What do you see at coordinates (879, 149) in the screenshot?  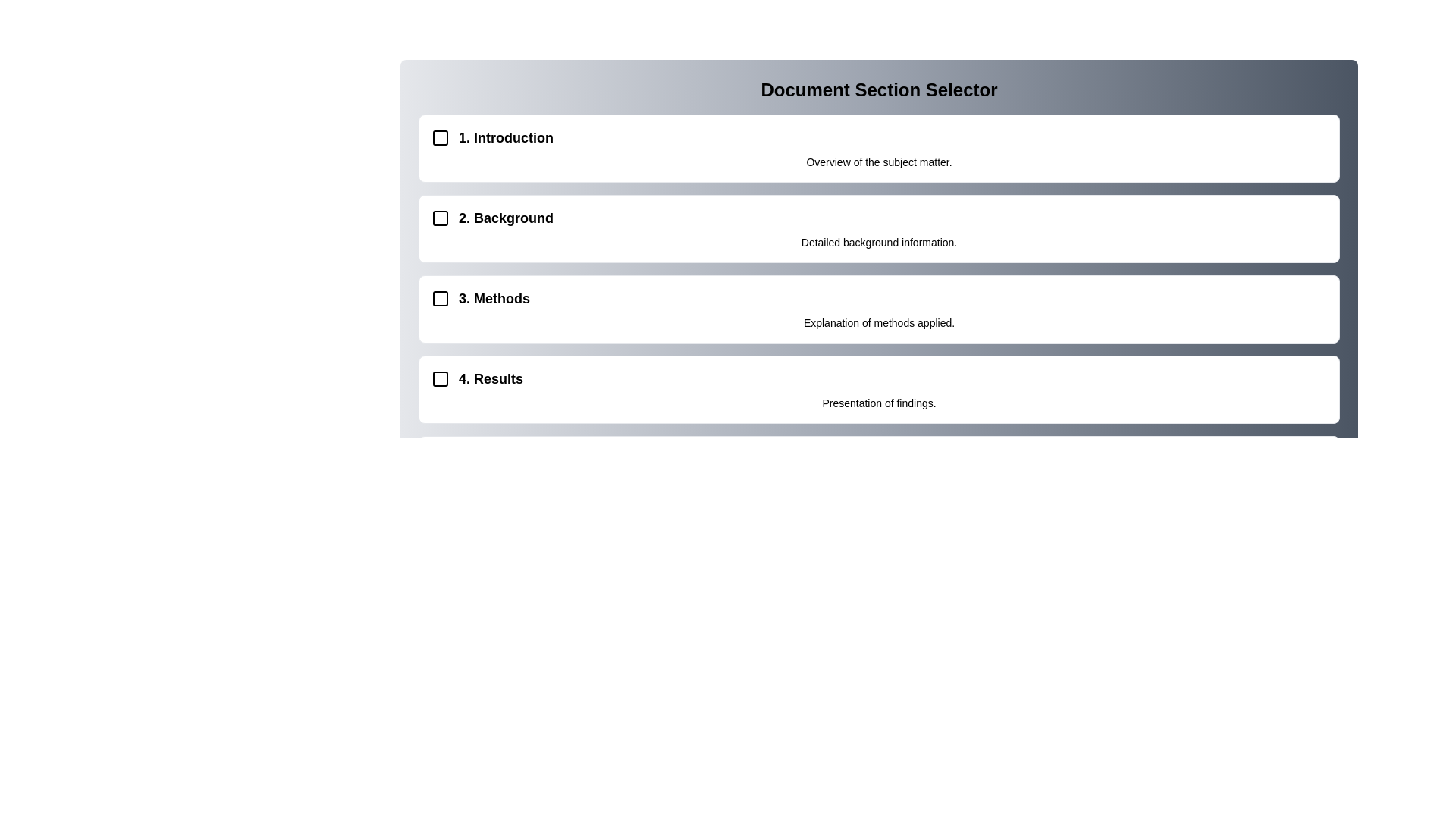 I see `the section card labeled 'Introduction' to view its content` at bounding box center [879, 149].